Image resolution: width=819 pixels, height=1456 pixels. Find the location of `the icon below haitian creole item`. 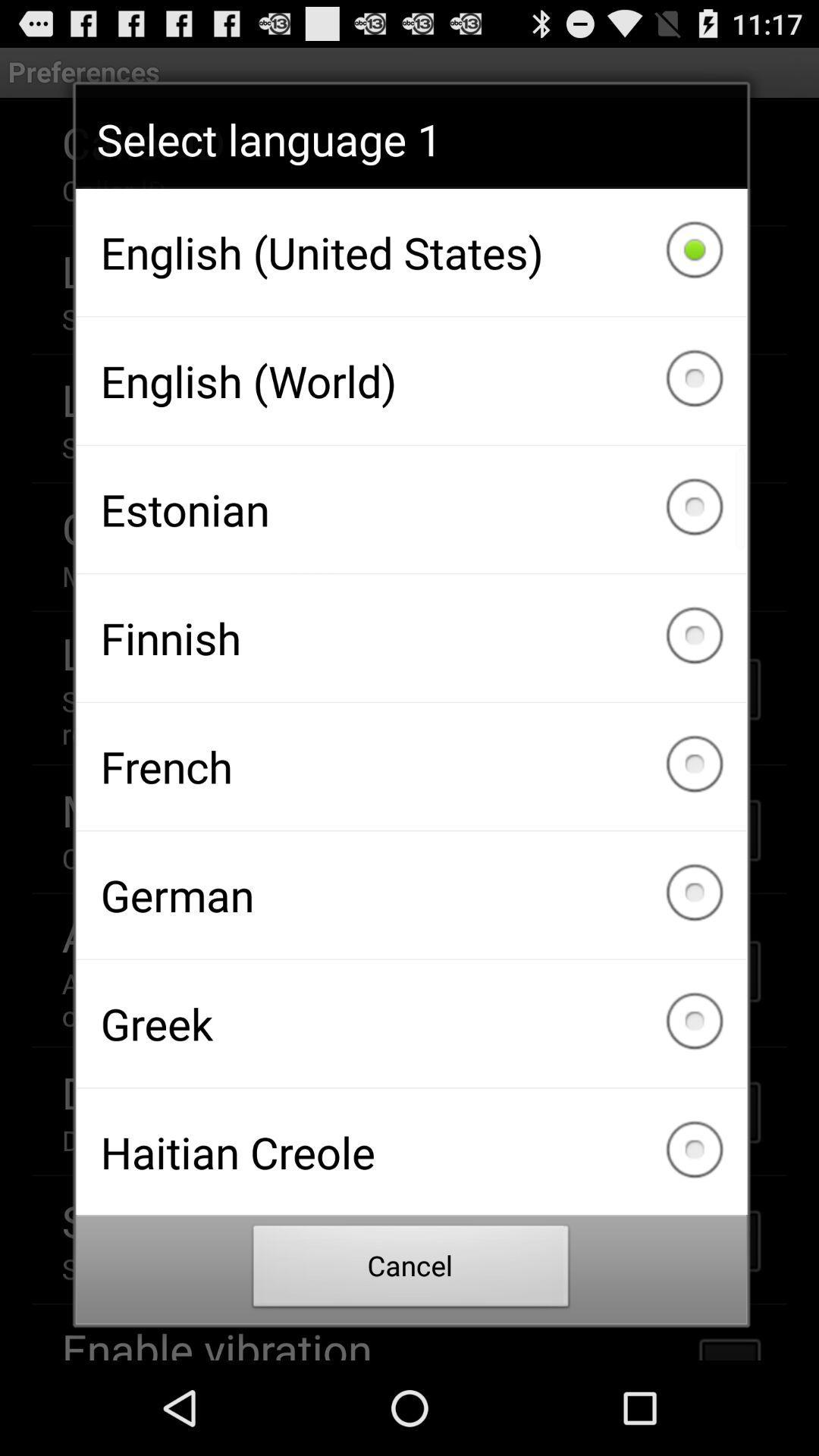

the icon below haitian creole item is located at coordinates (411, 1270).